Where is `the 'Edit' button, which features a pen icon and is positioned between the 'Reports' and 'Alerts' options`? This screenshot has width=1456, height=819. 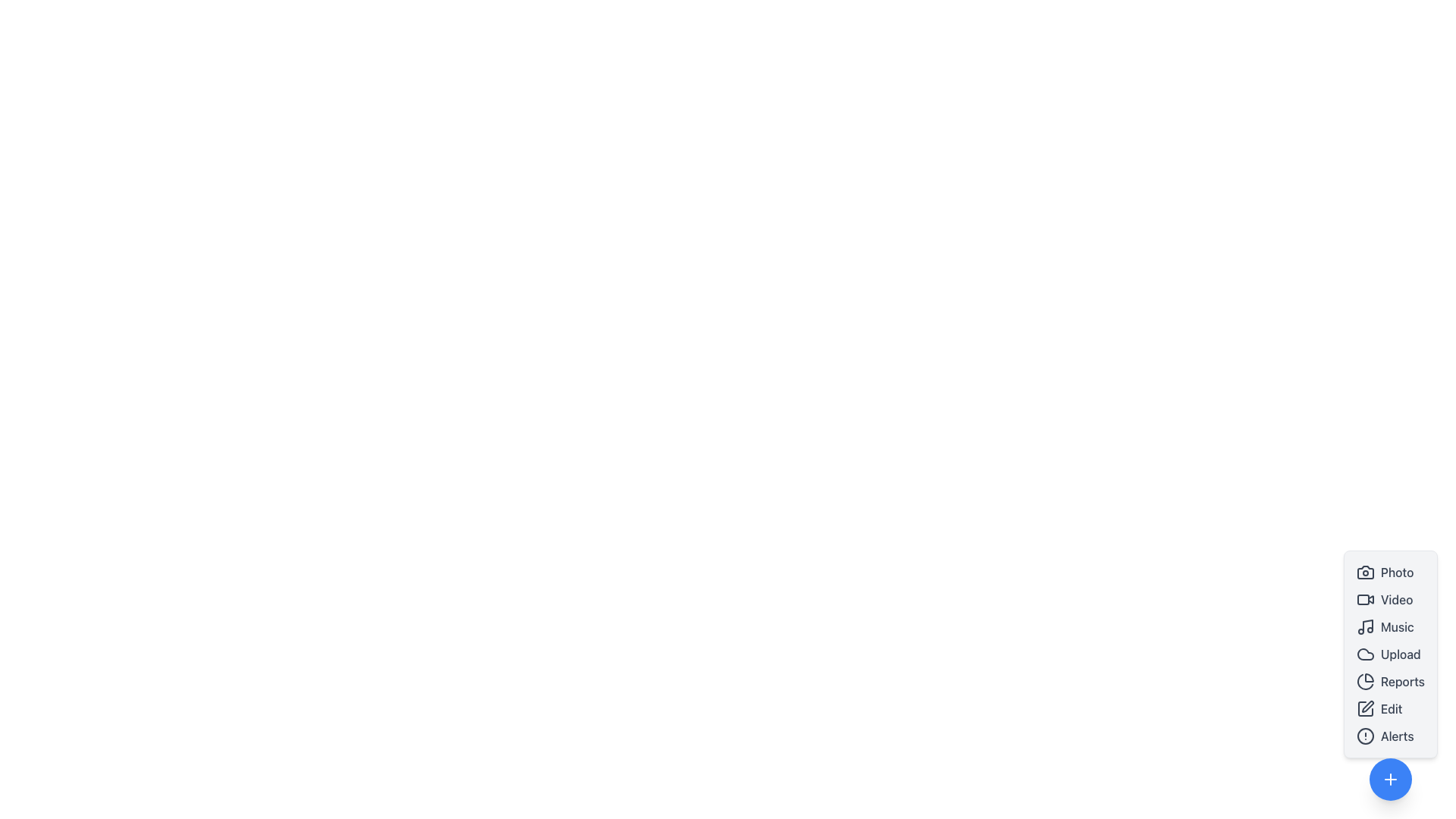
the 'Edit' button, which features a pen icon and is positioned between the 'Reports' and 'Alerts' options is located at coordinates (1379, 708).